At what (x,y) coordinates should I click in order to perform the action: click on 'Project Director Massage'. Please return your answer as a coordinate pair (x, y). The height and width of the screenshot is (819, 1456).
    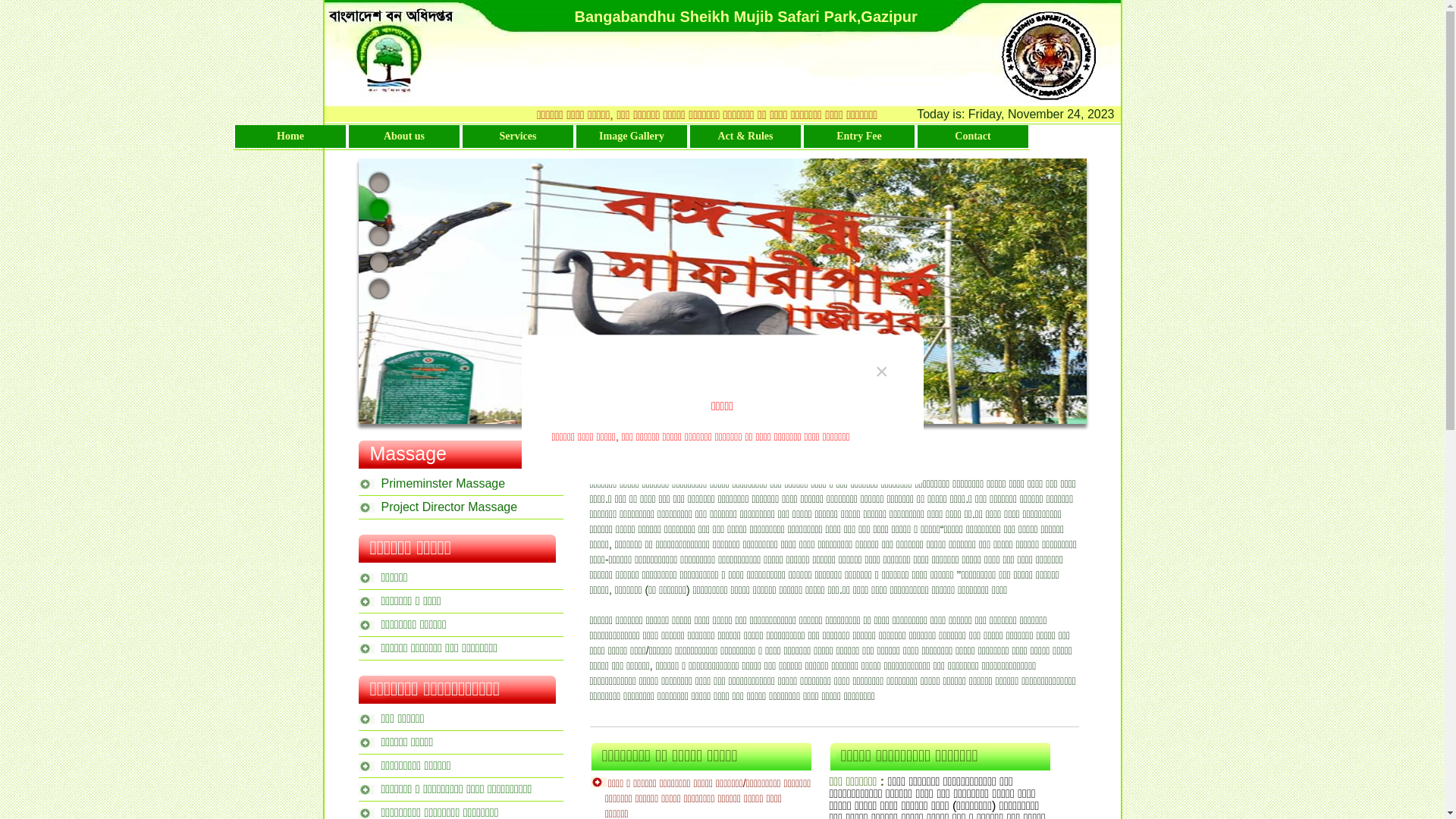
    Looking at the image, I should click on (459, 504).